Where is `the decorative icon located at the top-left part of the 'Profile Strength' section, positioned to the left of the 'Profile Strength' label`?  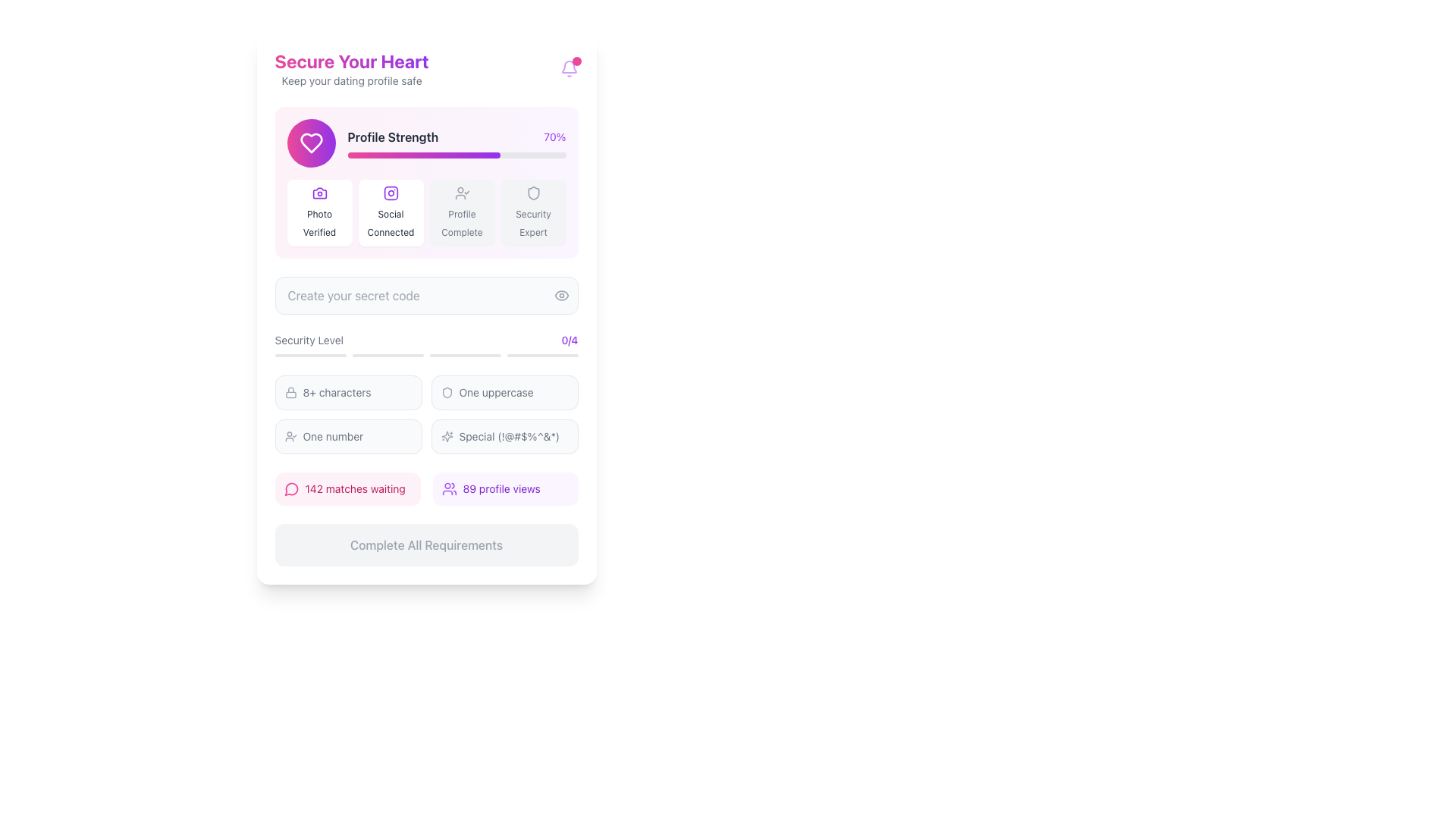 the decorative icon located at the top-left part of the 'Profile Strength' section, positioned to the left of the 'Profile Strength' label is located at coordinates (310, 143).